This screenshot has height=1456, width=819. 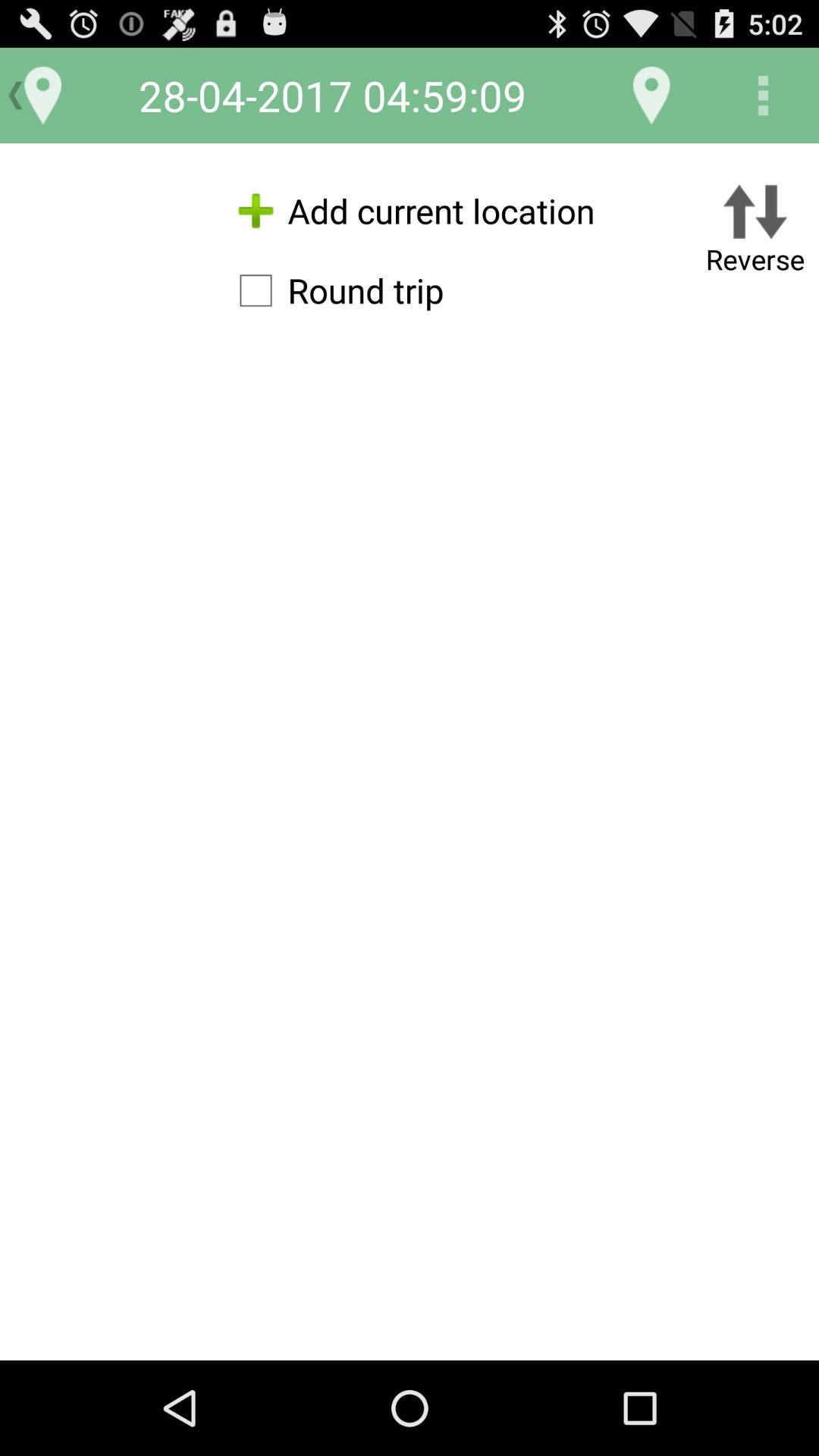 What do you see at coordinates (409, 210) in the screenshot?
I see `the add current location` at bounding box center [409, 210].